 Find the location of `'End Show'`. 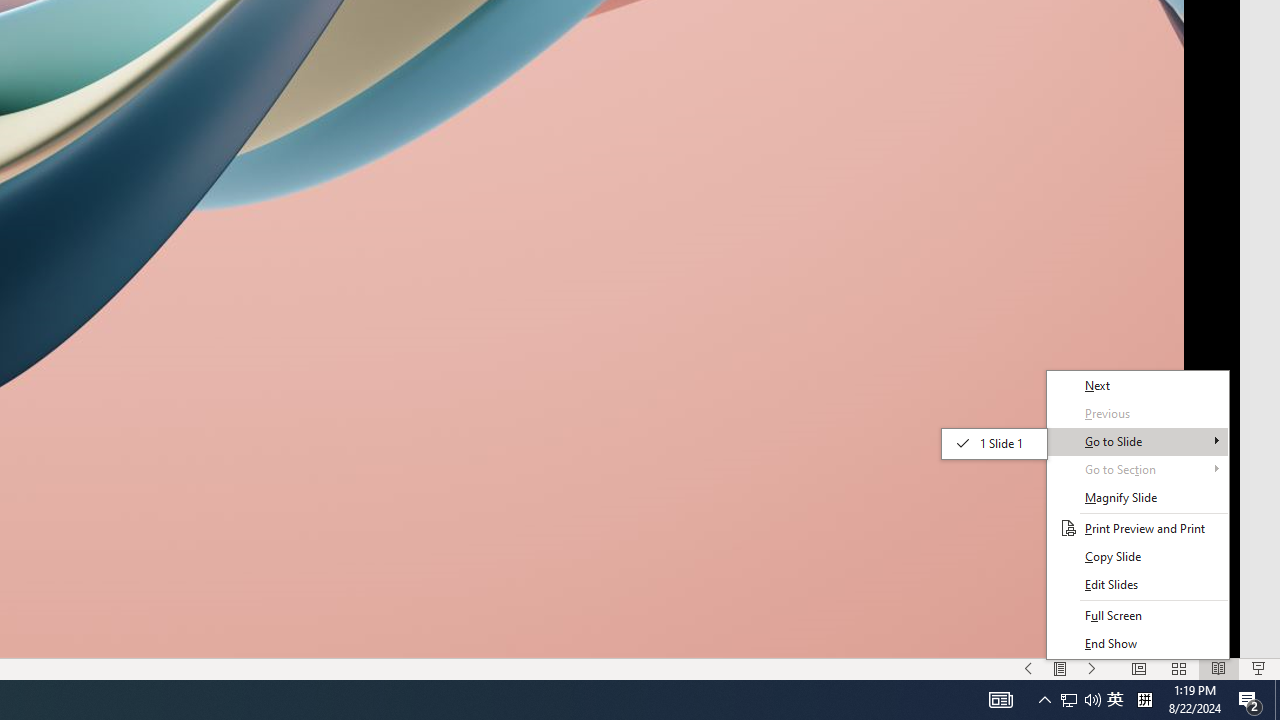

'End Show' is located at coordinates (1137, 644).